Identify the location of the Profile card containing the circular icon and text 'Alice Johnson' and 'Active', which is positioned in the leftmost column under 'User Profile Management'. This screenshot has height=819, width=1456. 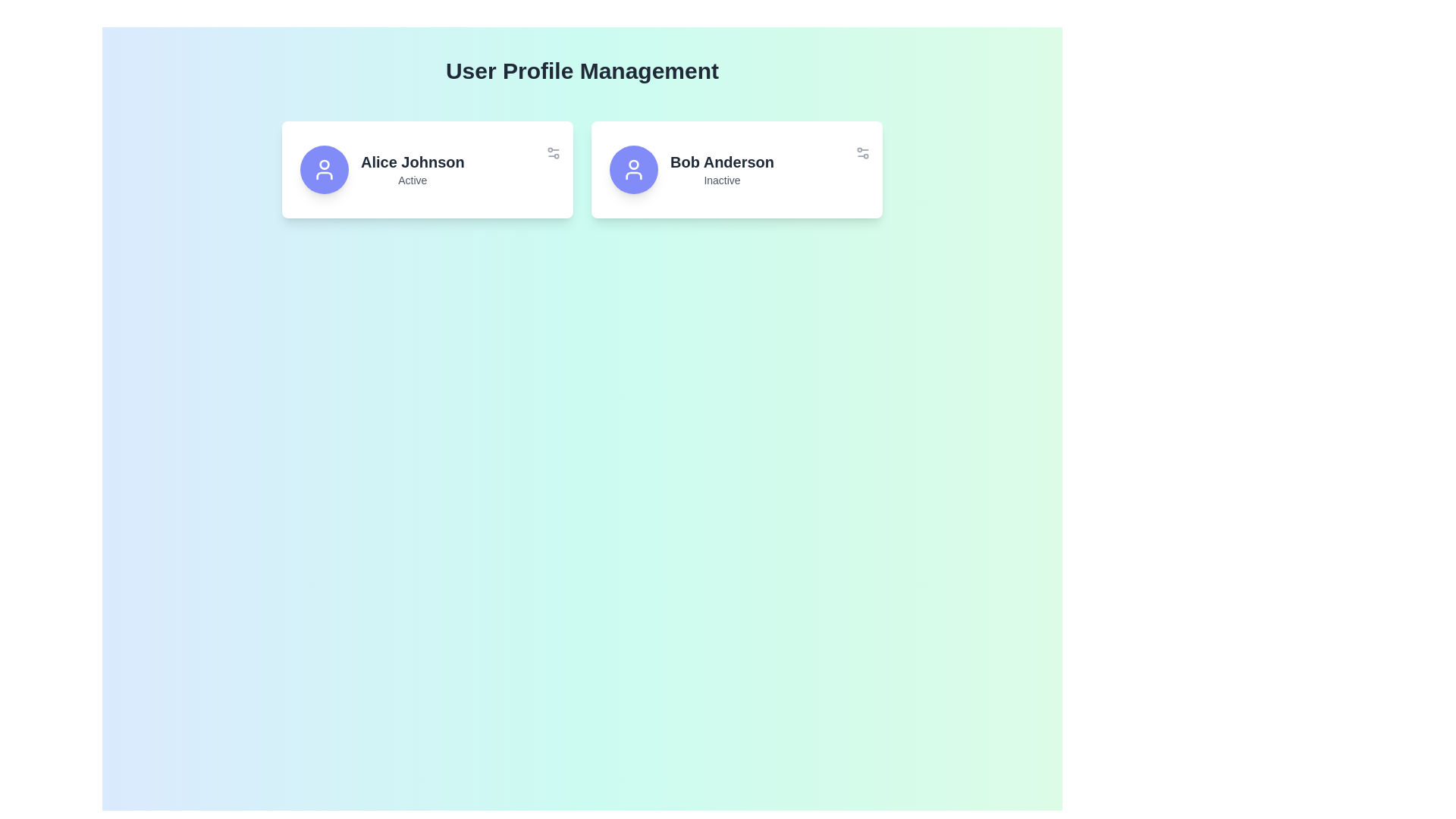
(427, 169).